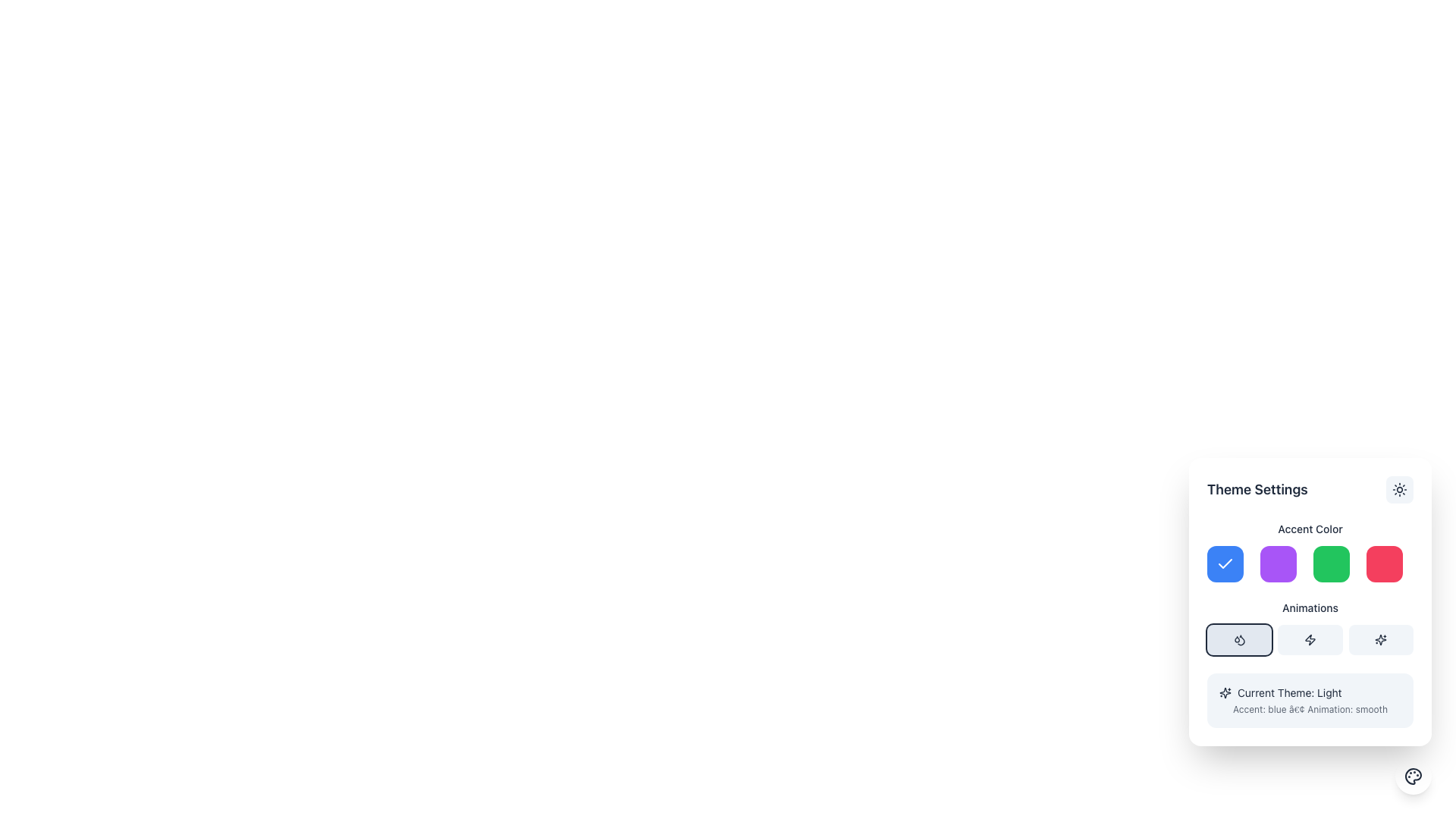 This screenshot has width=1456, height=819. Describe the element at coordinates (1310, 640) in the screenshot. I see `the rectangular button with a lightning bolt icon located in the middle column of the 'Animations' section` at that location.